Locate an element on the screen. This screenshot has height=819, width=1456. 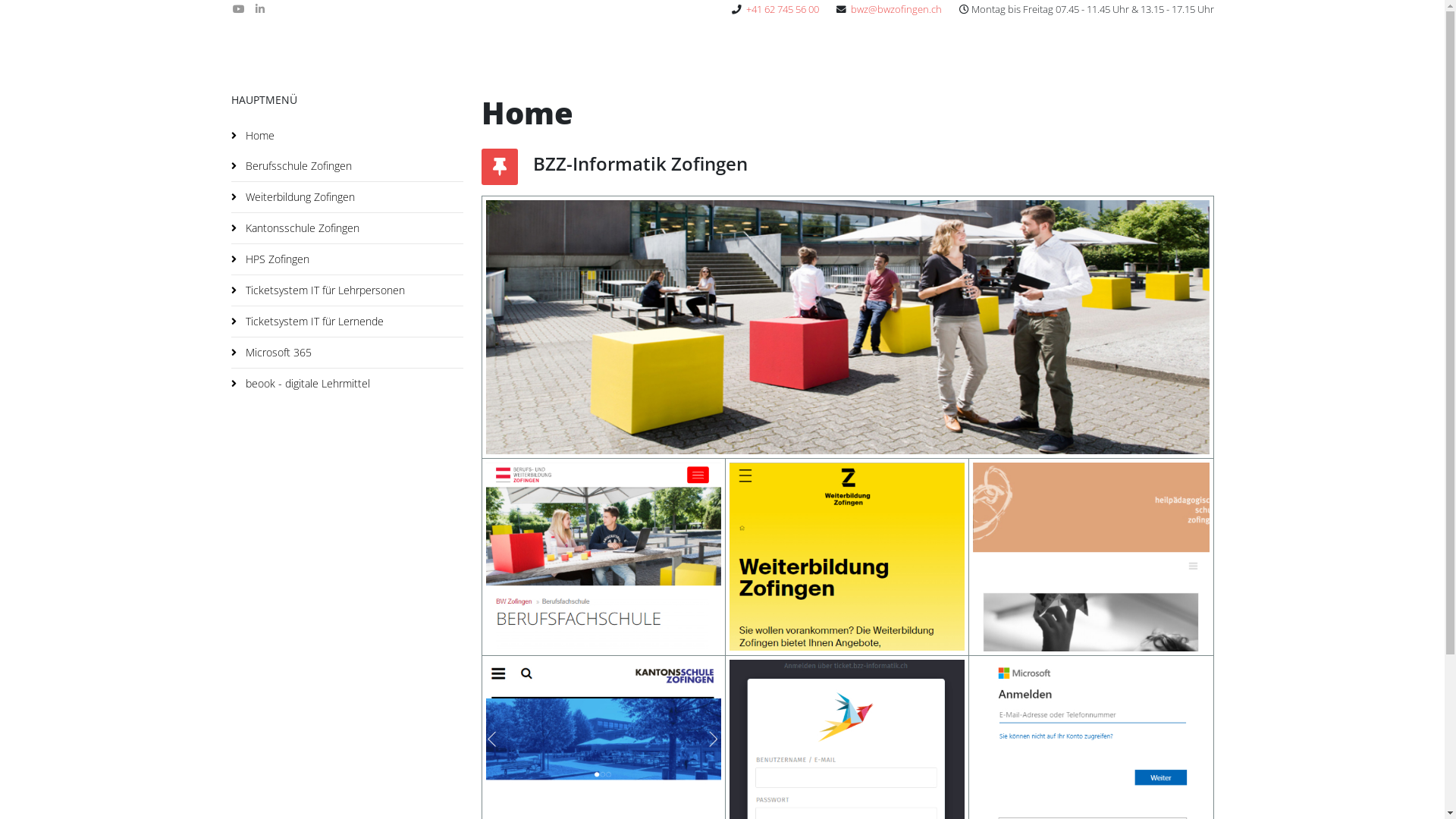
'beook - digitale Lehrmittel' is located at coordinates (229, 382).